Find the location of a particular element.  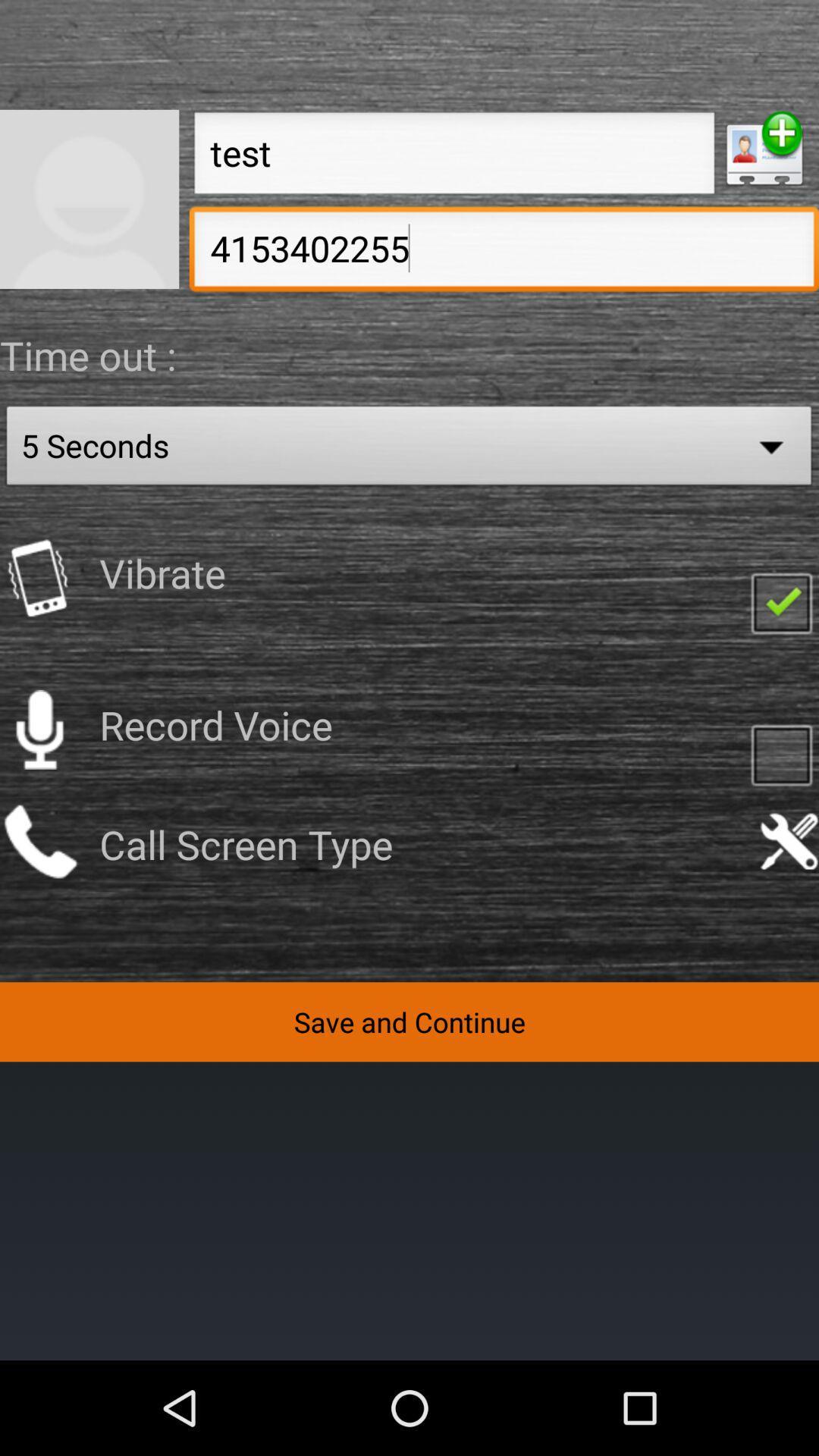

vibrate is located at coordinates (39, 577).